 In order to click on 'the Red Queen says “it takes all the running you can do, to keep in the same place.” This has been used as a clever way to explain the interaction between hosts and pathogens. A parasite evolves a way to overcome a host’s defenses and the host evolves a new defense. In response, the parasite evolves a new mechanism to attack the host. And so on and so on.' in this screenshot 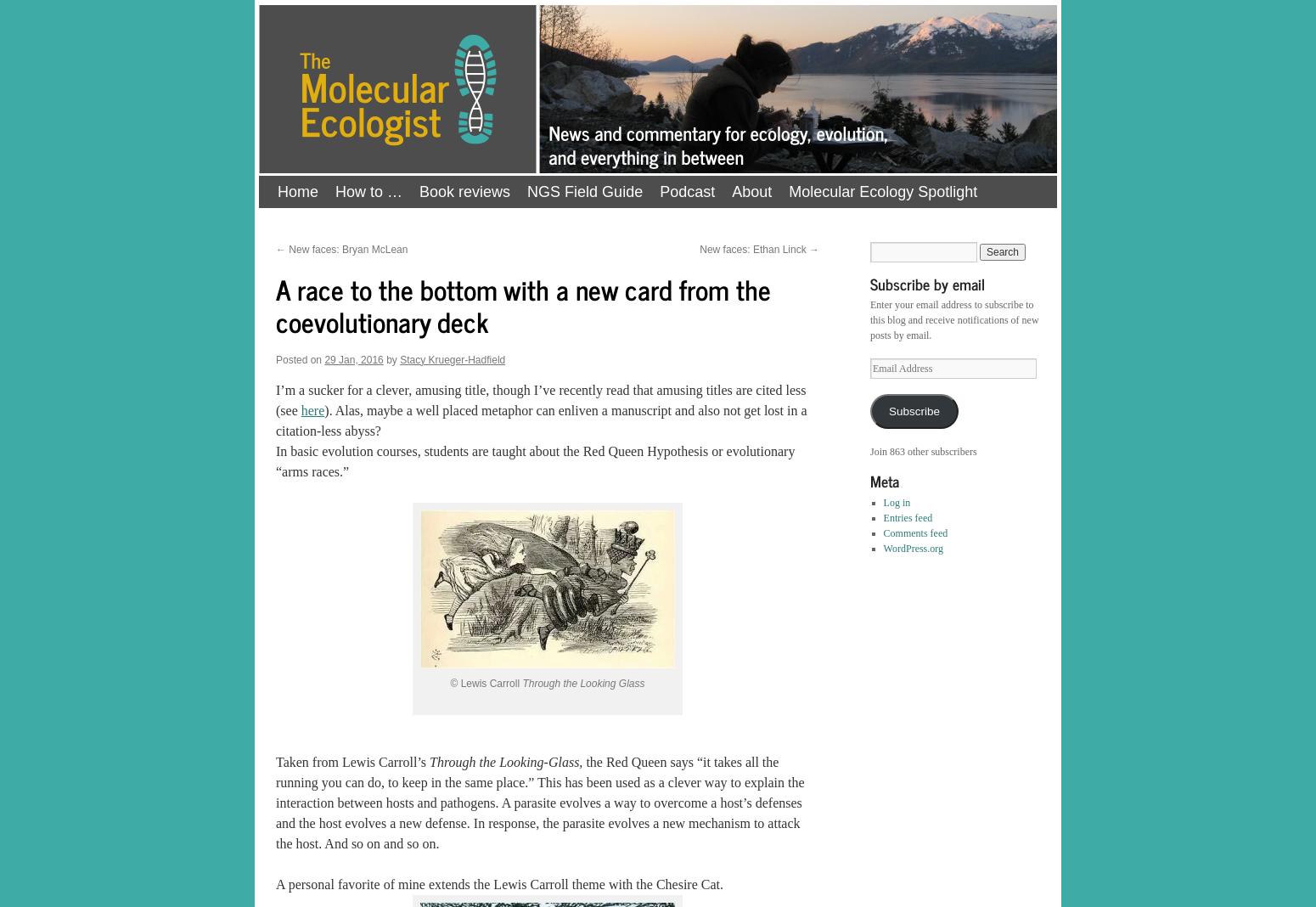, I will do `click(538, 802)`.